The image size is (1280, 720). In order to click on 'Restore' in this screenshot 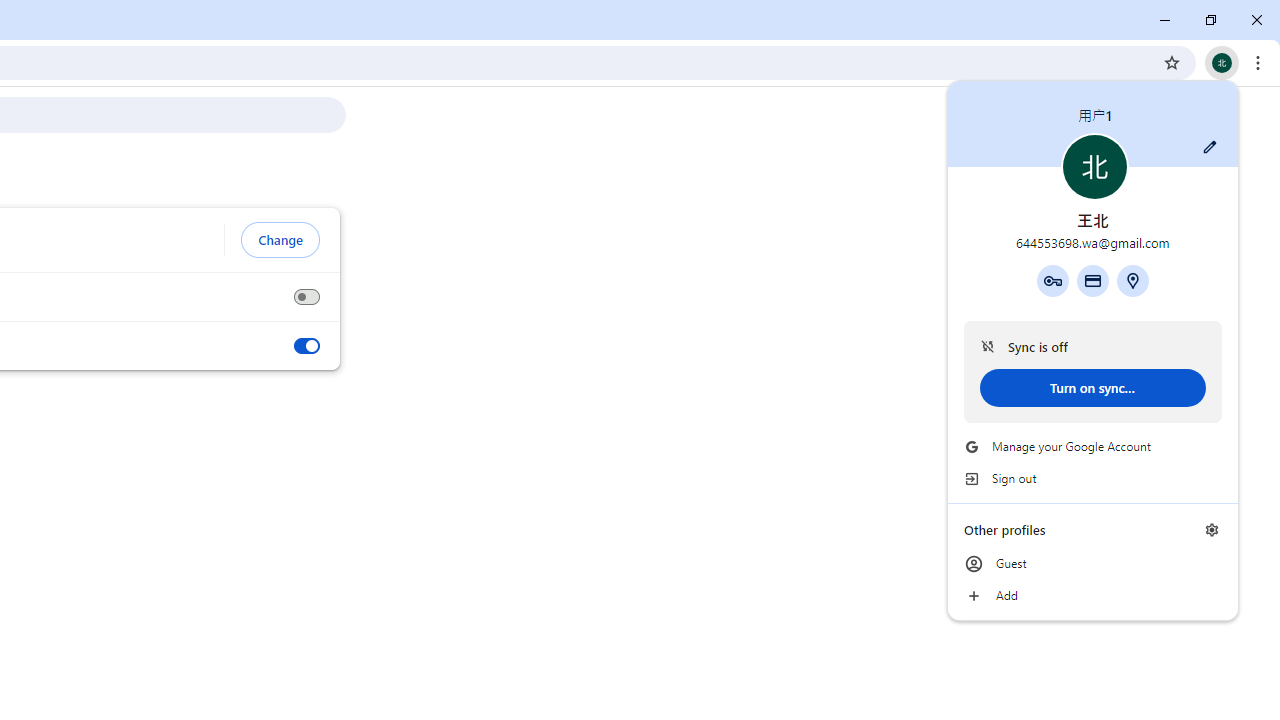, I will do `click(1209, 20)`.